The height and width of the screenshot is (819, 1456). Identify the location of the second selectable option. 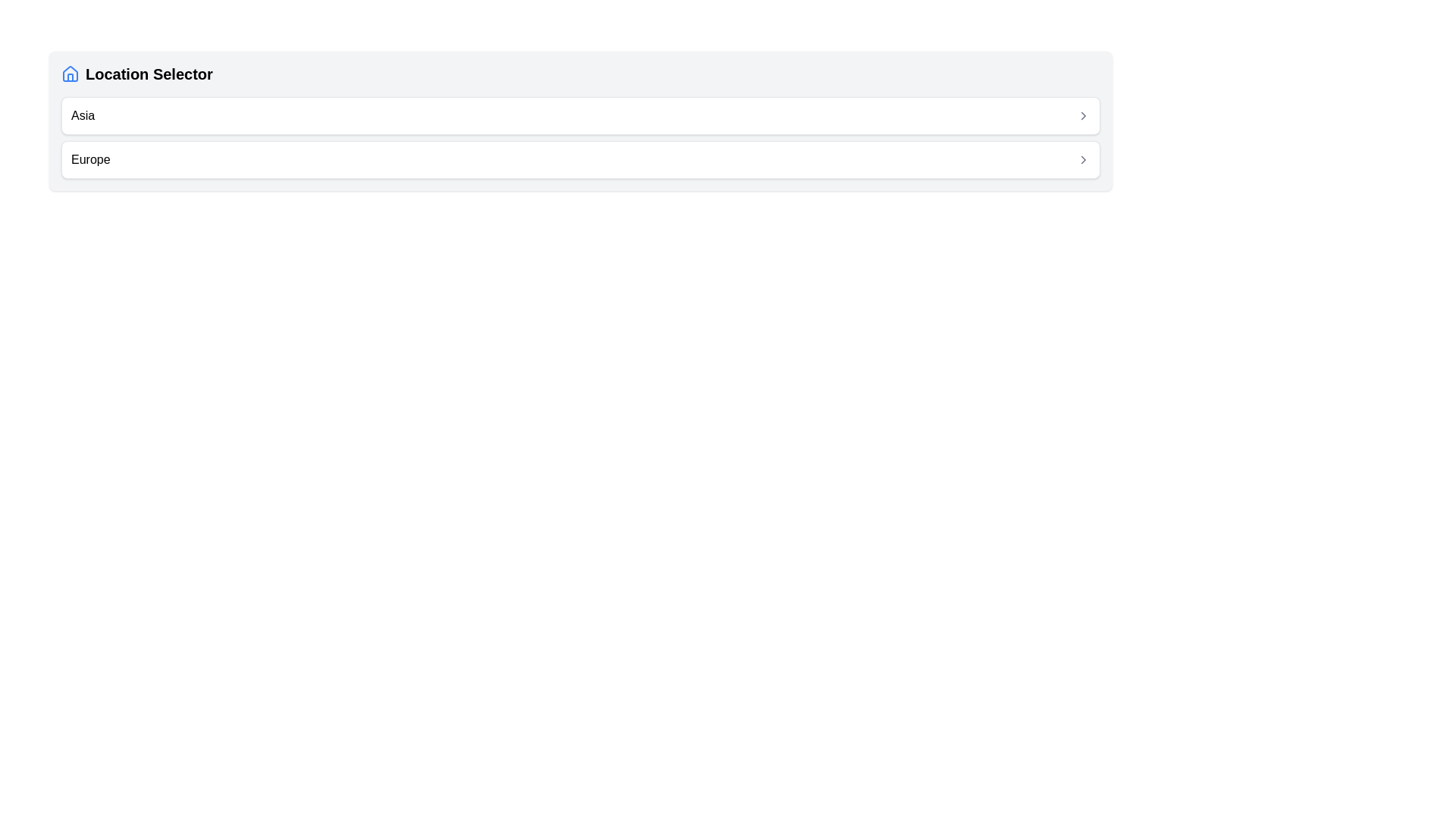
(580, 160).